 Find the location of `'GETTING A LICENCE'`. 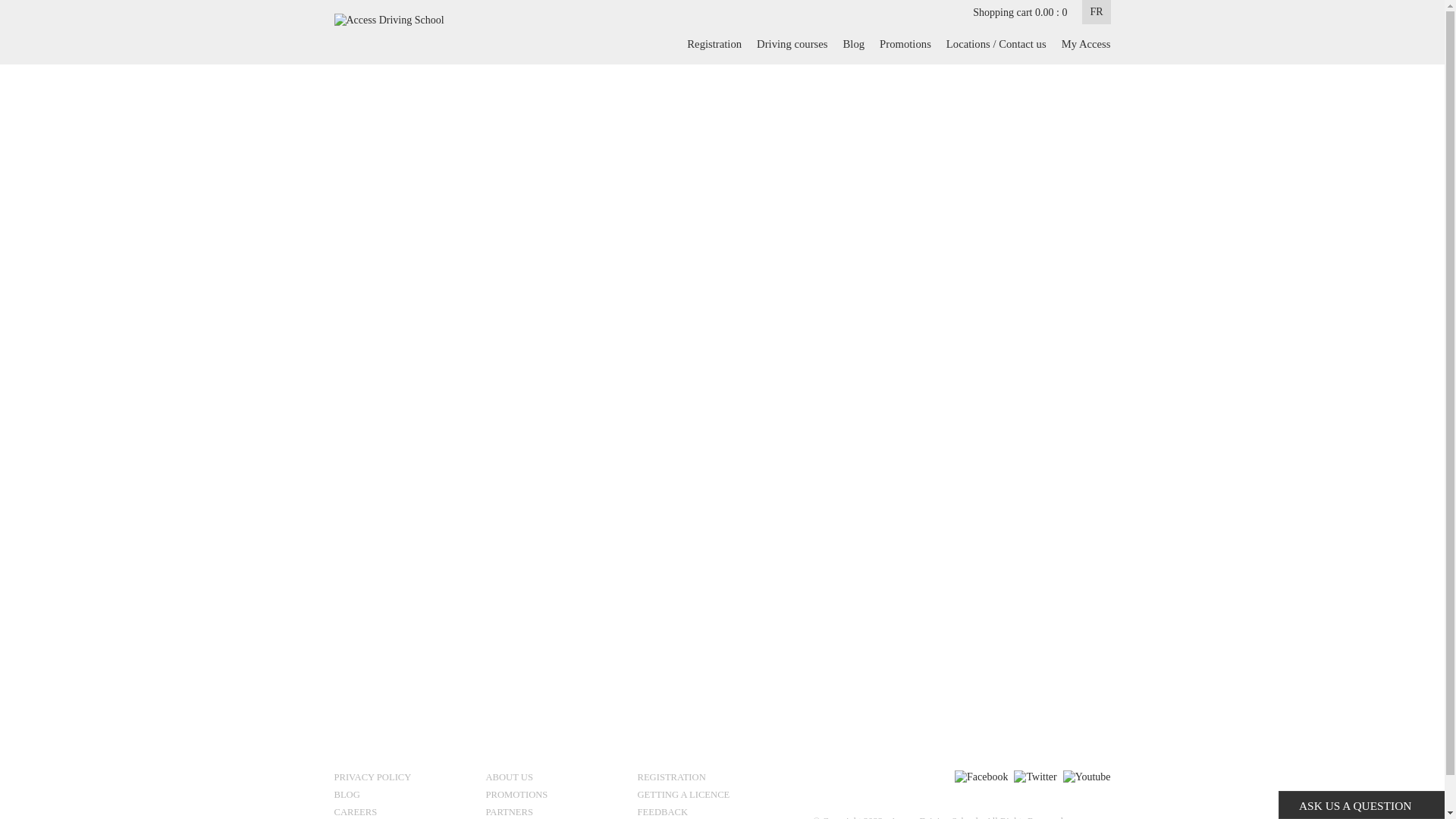

'GETTING A LICENCE' is located at coordinates (706, 795).